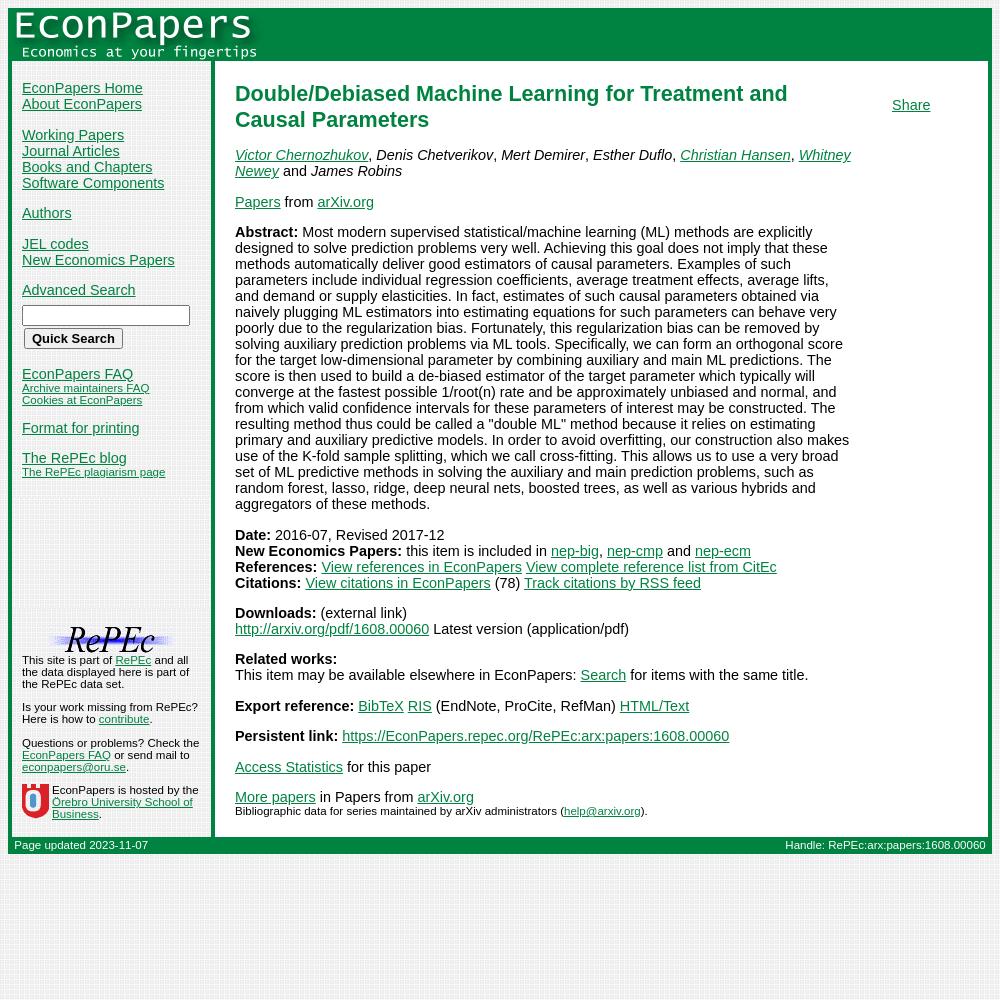 This screenshot has width=1000, height=1000. I want to click on 'Authors', so click(22, 212).